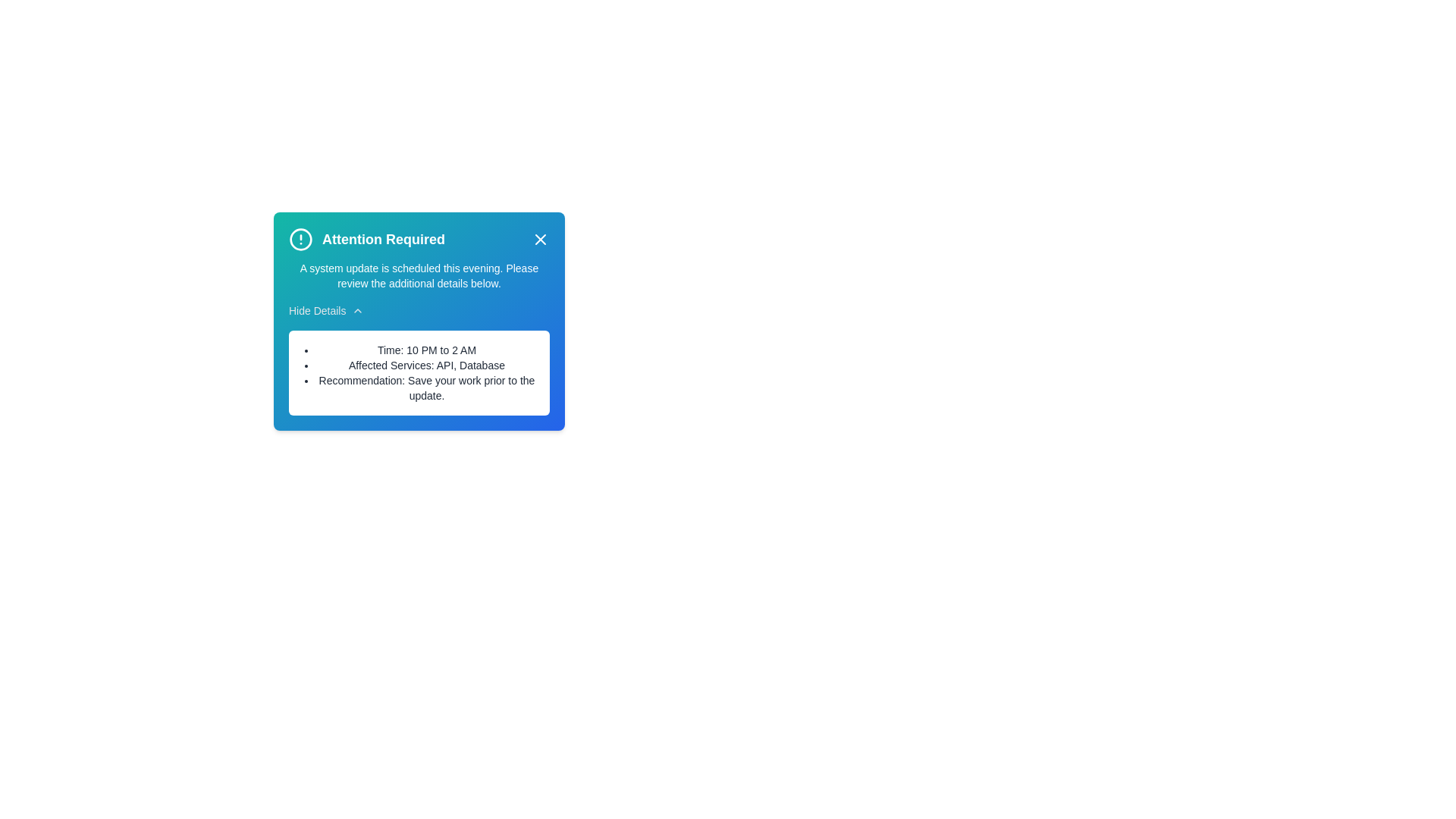  Describe the element at coordinates (325, 309) in the screenshot. I see `the 'Hide Details' button to toggle the visibility of additional details` at that location.